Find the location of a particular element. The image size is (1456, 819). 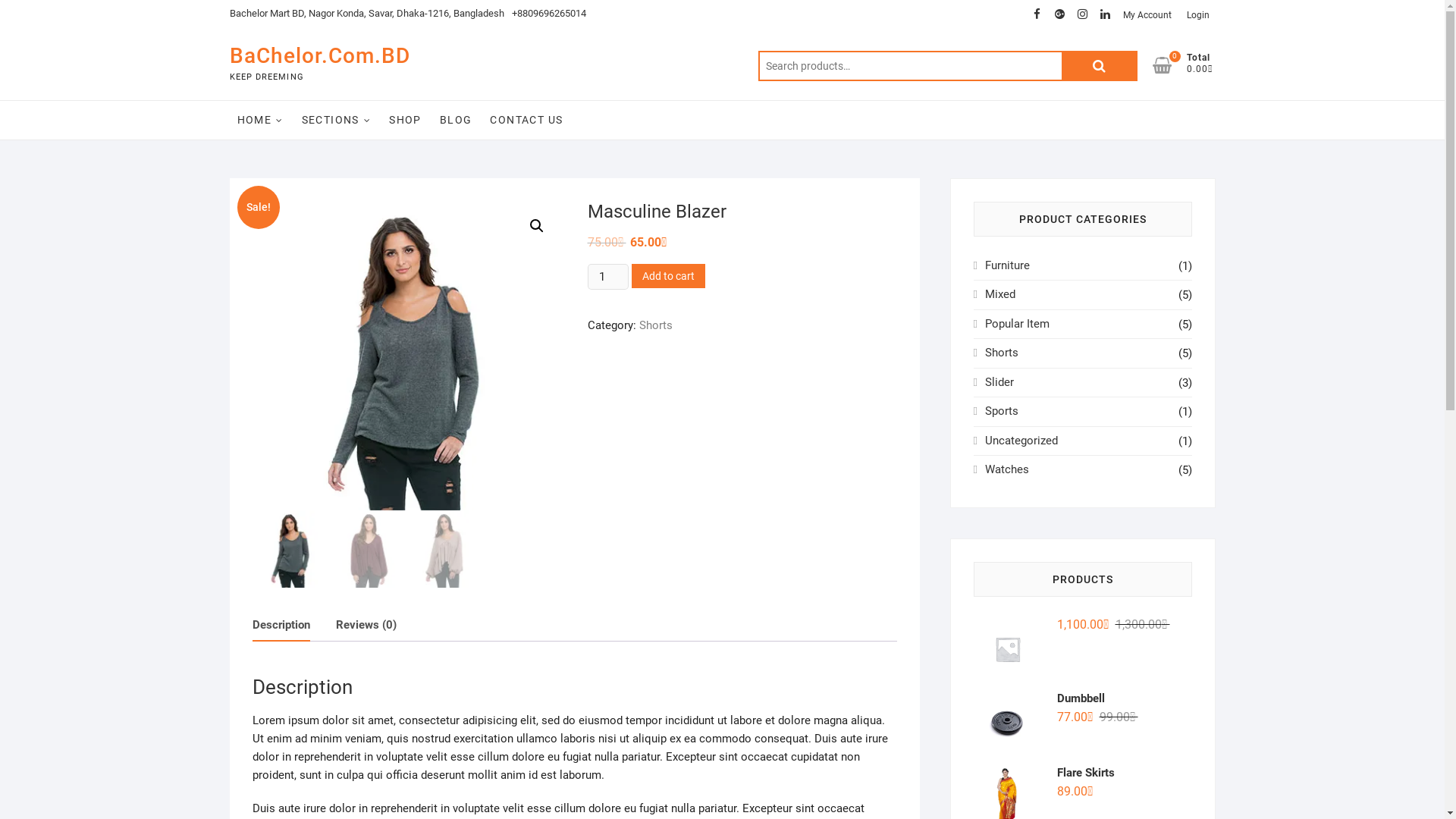

'Shorts' is located at coordinates (655, 324).